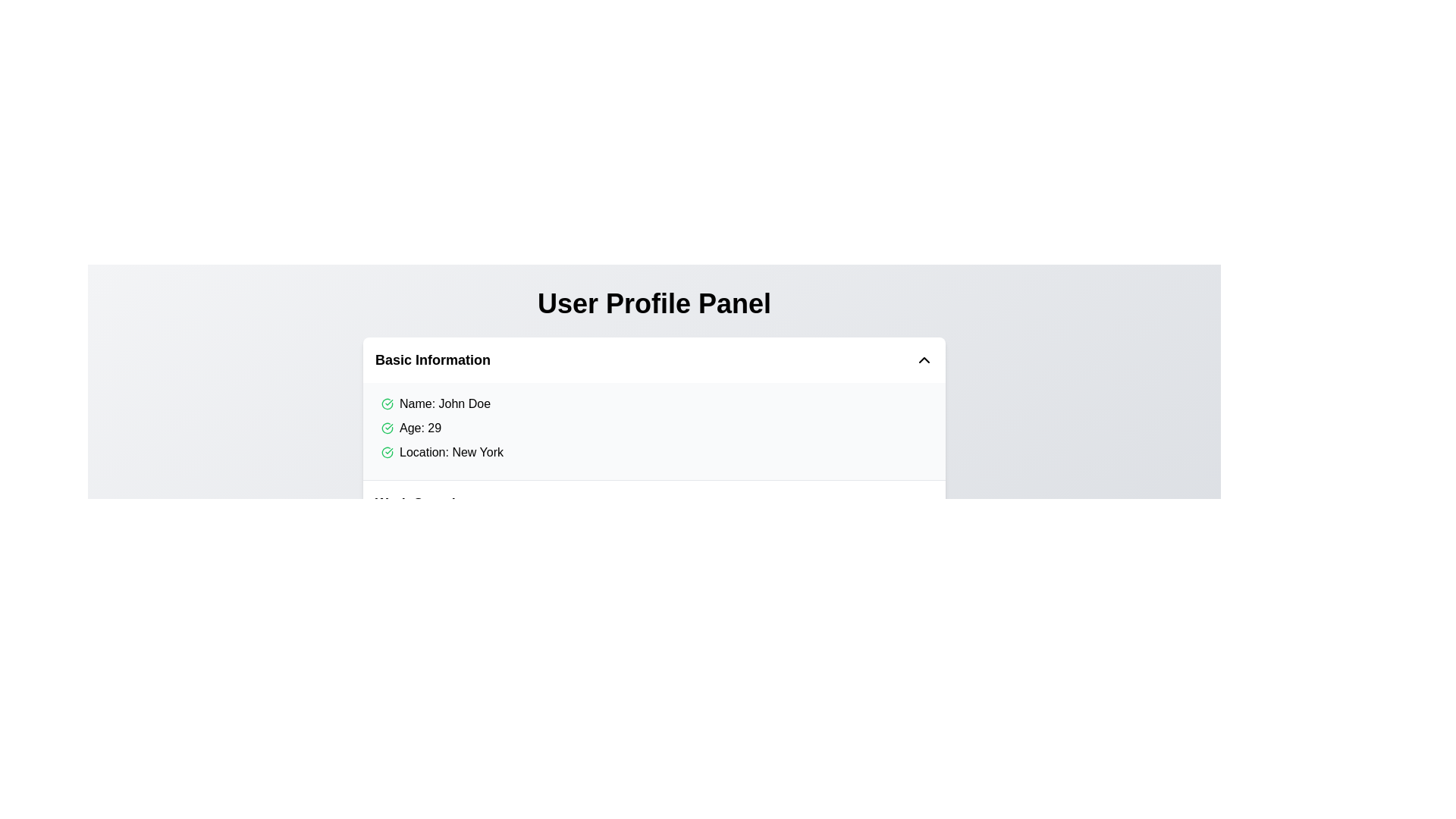  Describe the element at coordinates (387, 452) in the screenshot. I see `the circular SVG element with a green border representing confirmation, located in the 'Basic Information' section to the left of 'Name: John Doe'` at that location.